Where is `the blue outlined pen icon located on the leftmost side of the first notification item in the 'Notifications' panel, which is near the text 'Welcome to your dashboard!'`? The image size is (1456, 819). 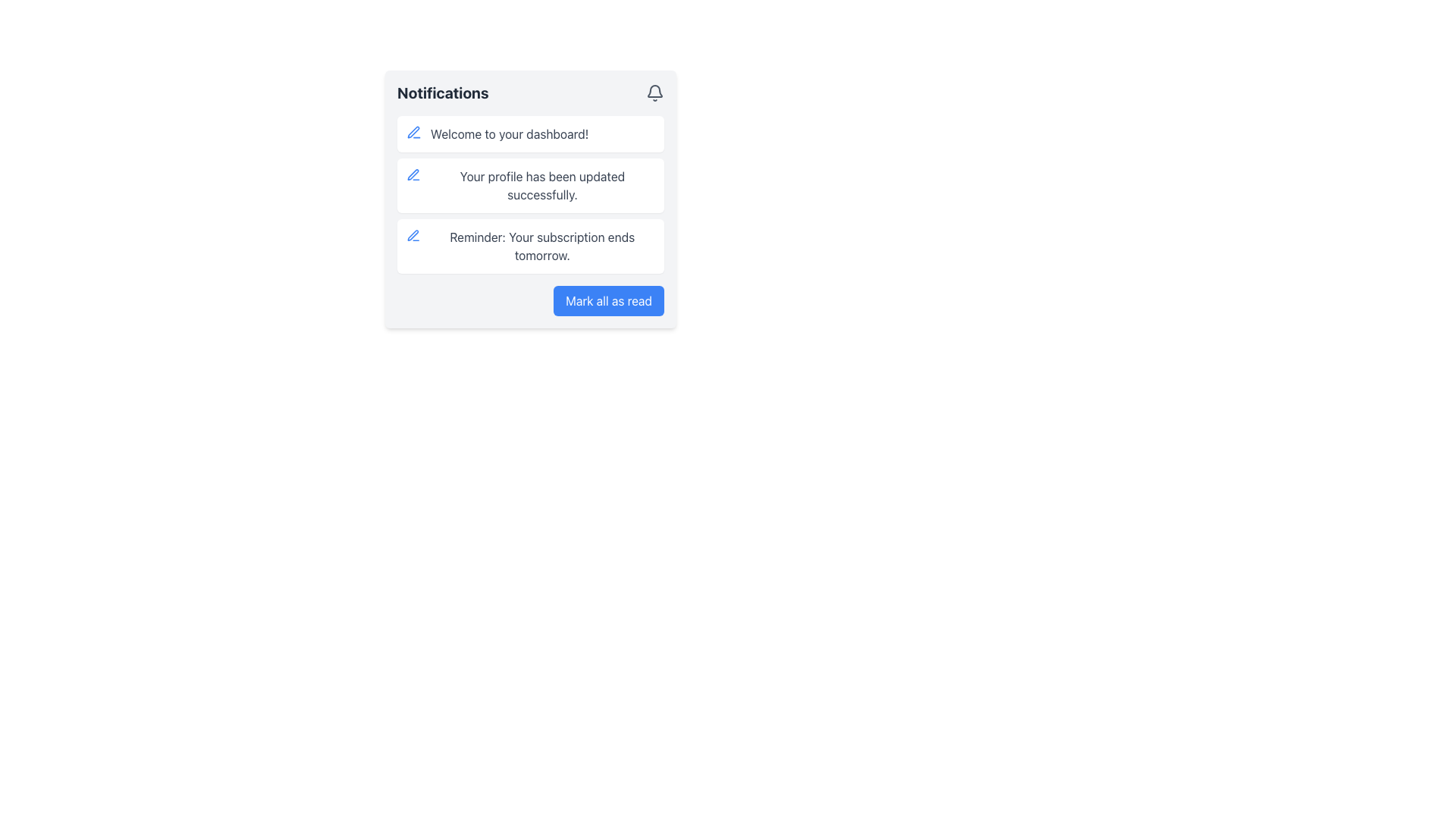
the blue outlined pen icon located on the leftmost side of the first notification item in the 'Notifications' panel, which is near the text 'Welcome to your dashboard!' is located at coordinates (414, 131).